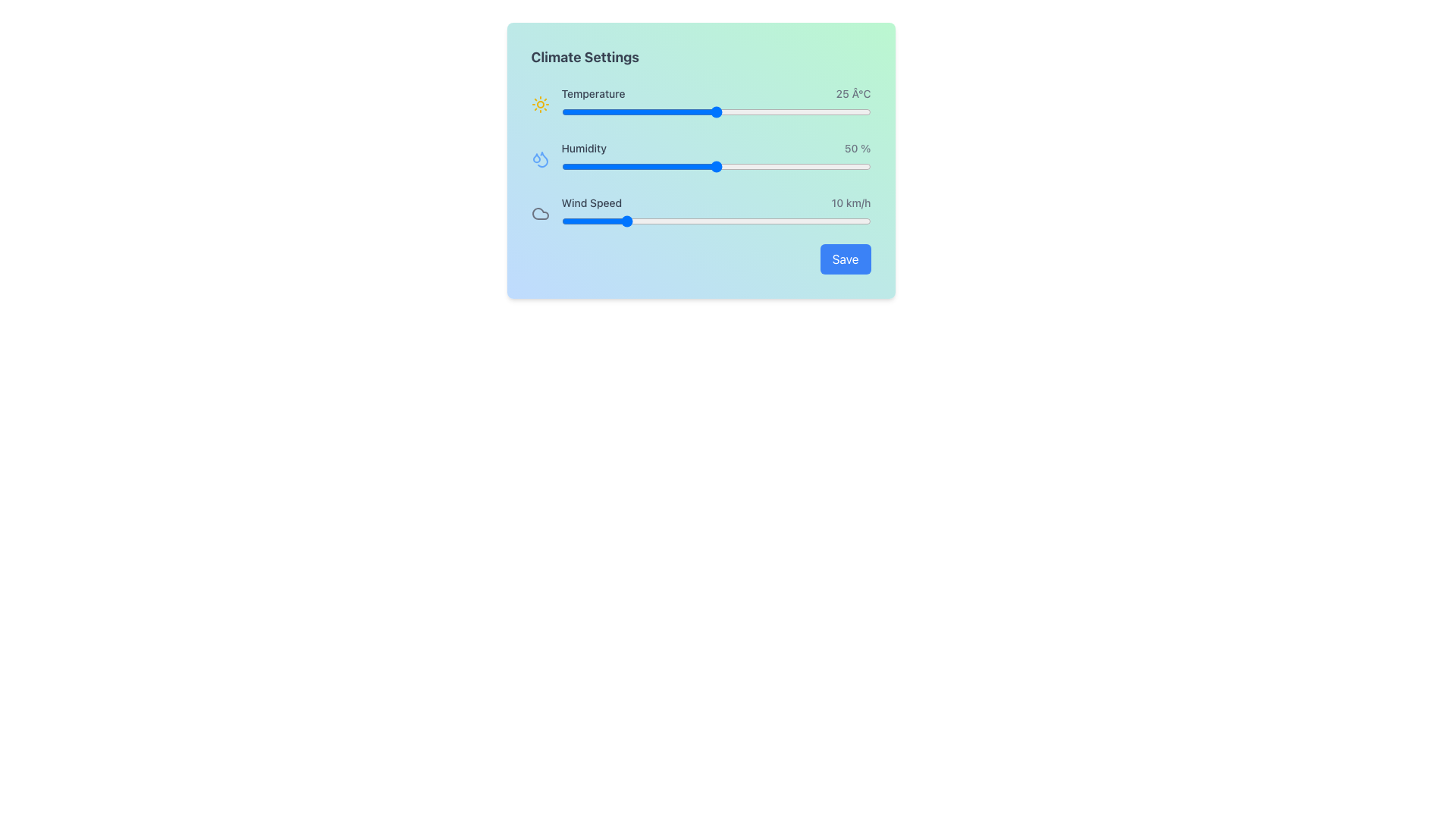 Image resolution: width=1456 pixels, height=819 pixels. What do you see at coordinates (684, 221) in the screenshot?
I see `wind speed` at bounding box center [684, 221].